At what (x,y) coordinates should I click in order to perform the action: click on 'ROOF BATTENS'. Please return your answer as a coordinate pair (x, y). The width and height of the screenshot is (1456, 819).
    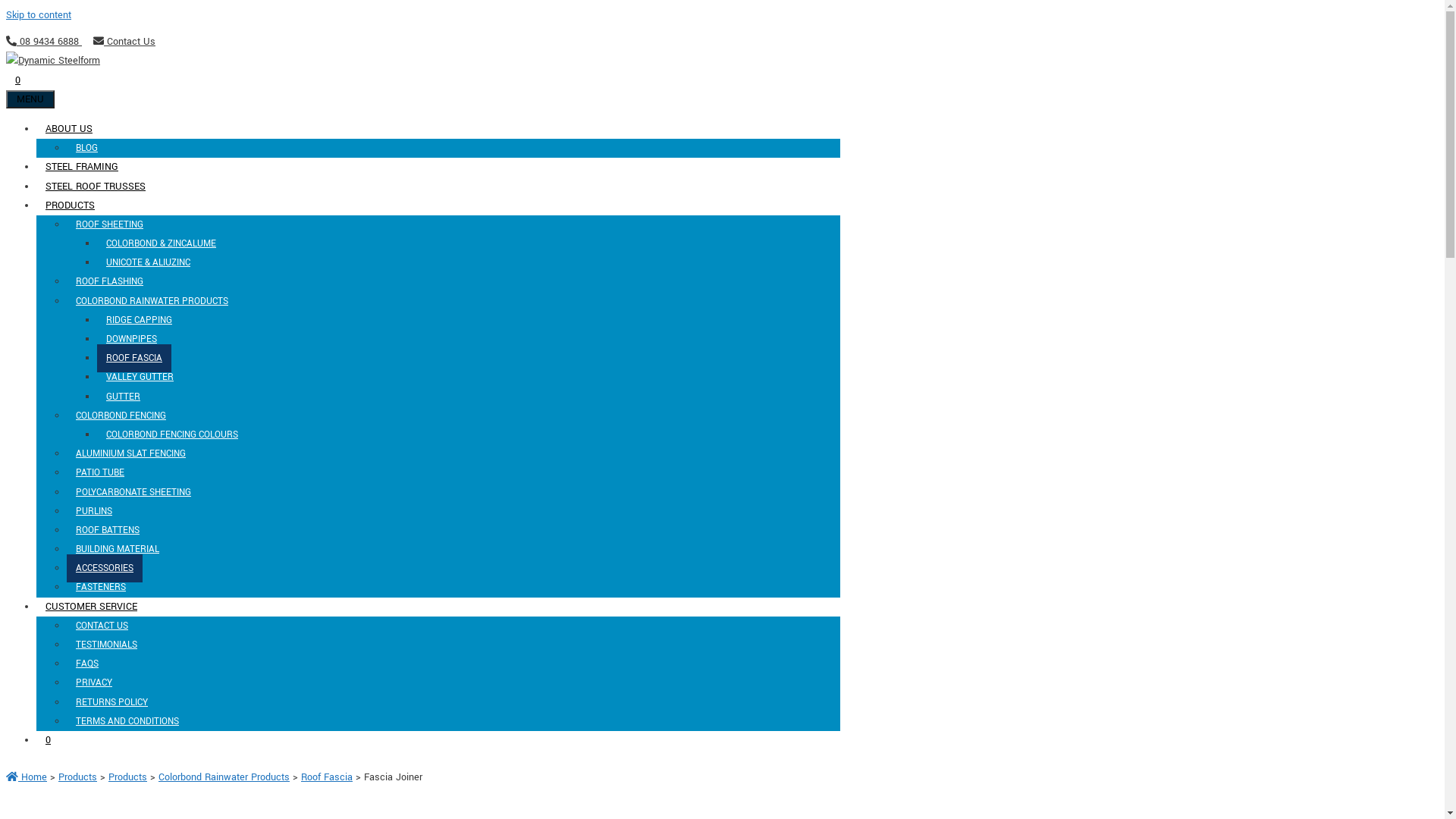
    Looking at the image, I should click on (107, 529).